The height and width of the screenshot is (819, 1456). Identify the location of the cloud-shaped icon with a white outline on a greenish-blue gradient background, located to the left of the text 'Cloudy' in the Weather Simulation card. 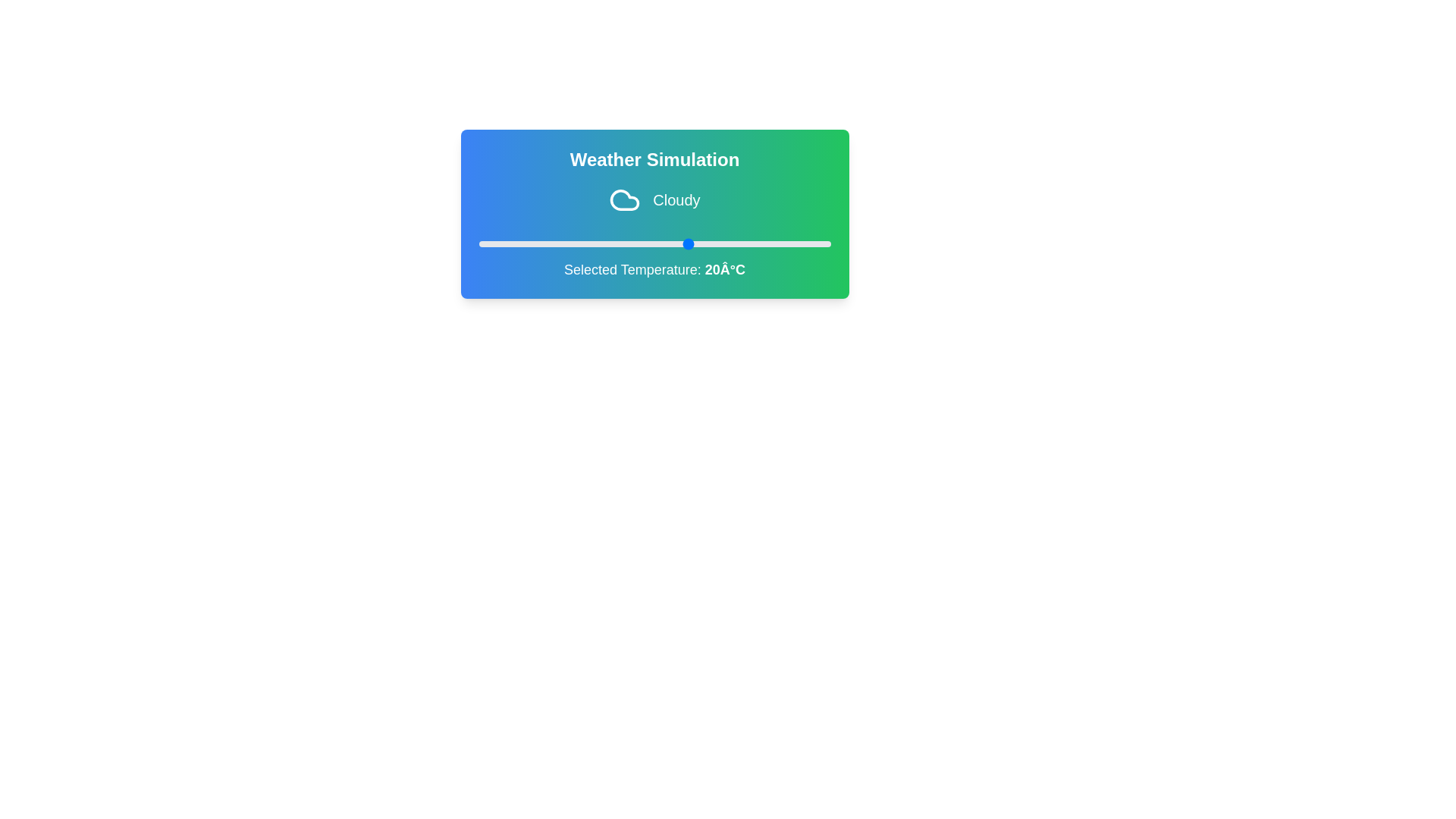
(625, 199).